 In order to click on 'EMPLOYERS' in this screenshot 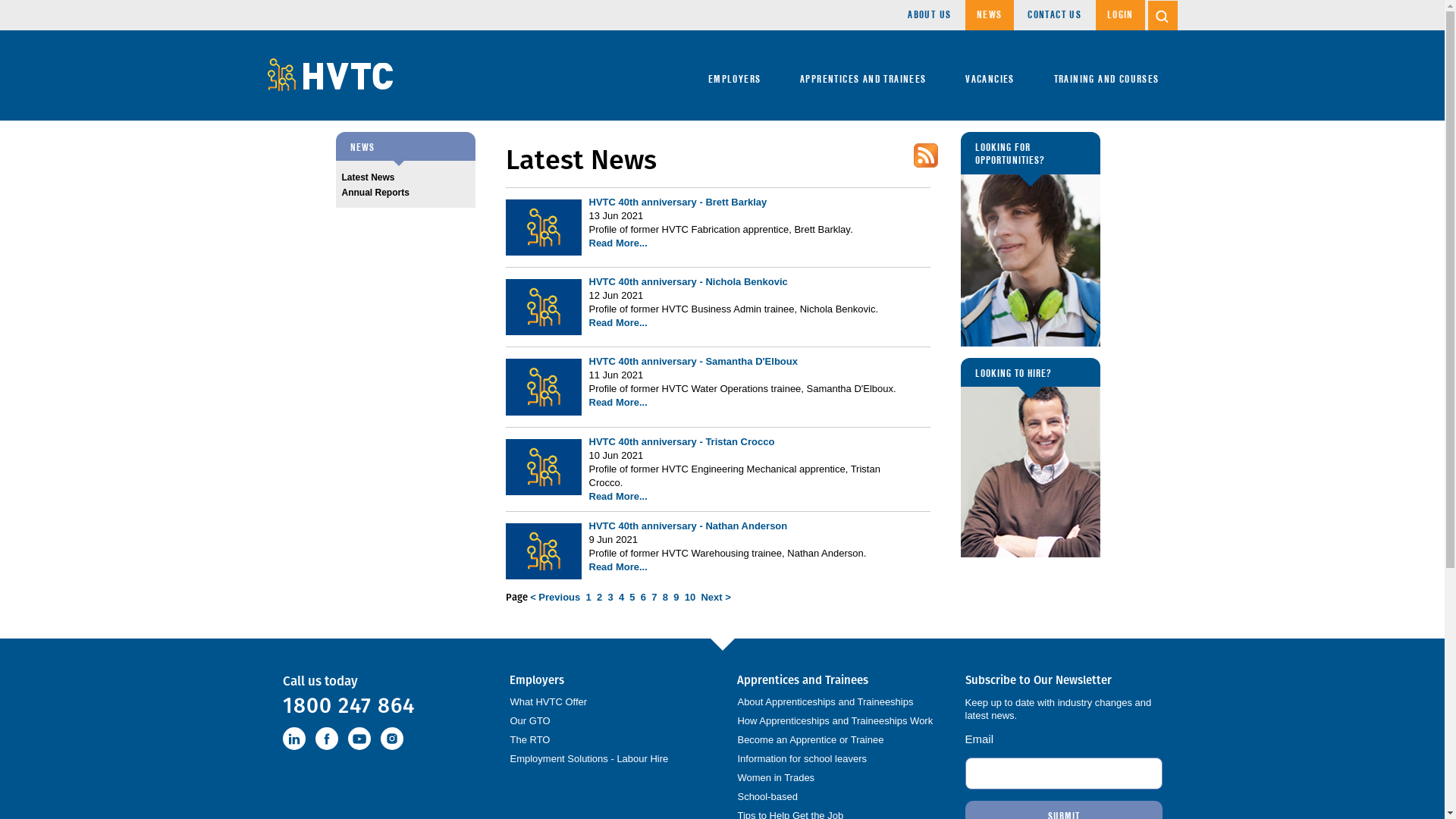, I will do `click(735, 75)`.